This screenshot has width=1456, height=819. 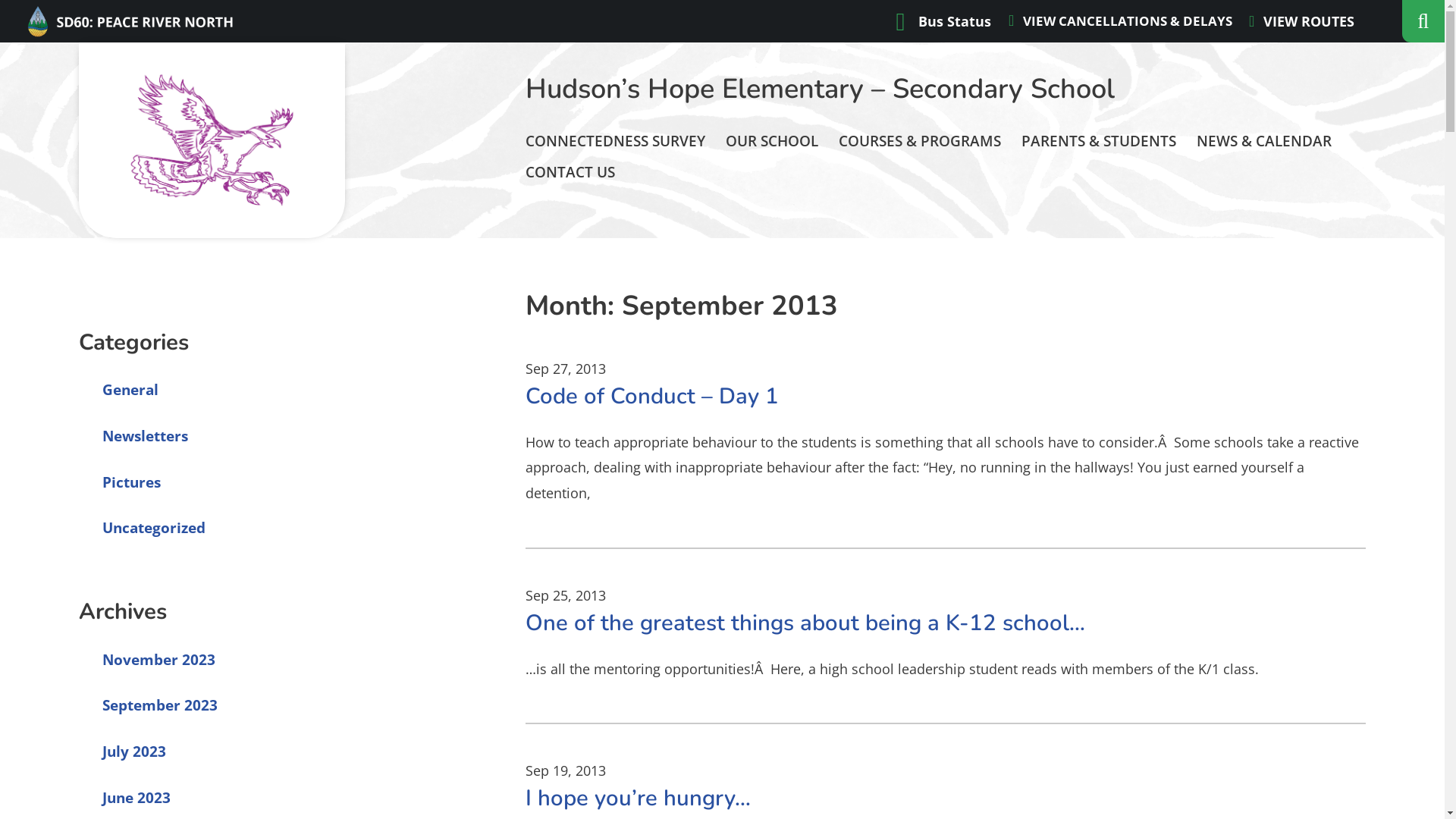 What do you see at coordinates (570, 171) in the screenshot?
I see `'CONTACT US'` at bounding box center [570, 171].